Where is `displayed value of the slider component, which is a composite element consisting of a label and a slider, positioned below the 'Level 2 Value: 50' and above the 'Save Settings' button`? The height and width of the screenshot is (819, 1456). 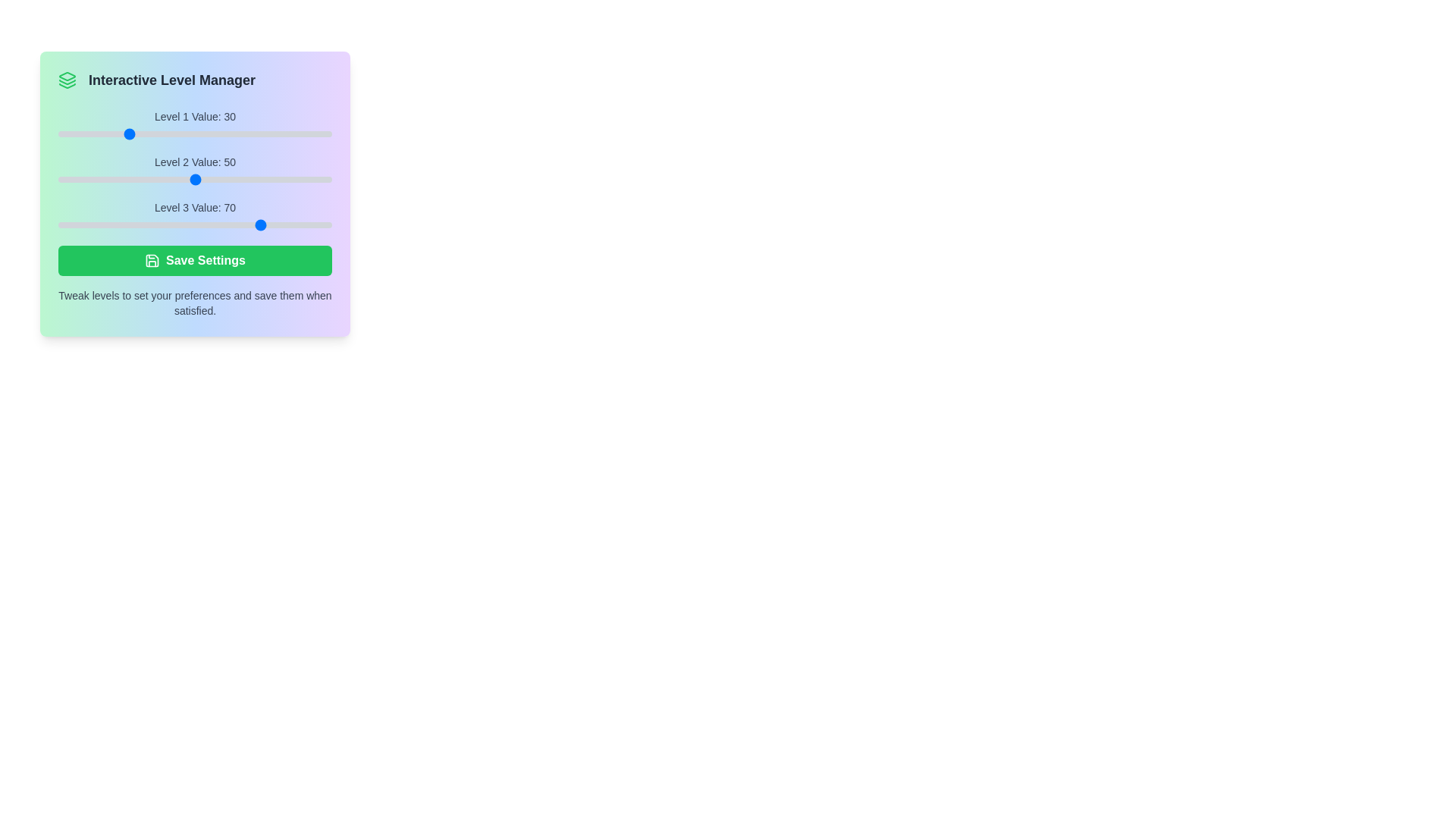
displayed value of the slider component, which is a composite element consisting of a label and a slider, positioned below the 'Level 2 Value: 50' and above the 'Save Settings' button is located at coordinates (194, 216).